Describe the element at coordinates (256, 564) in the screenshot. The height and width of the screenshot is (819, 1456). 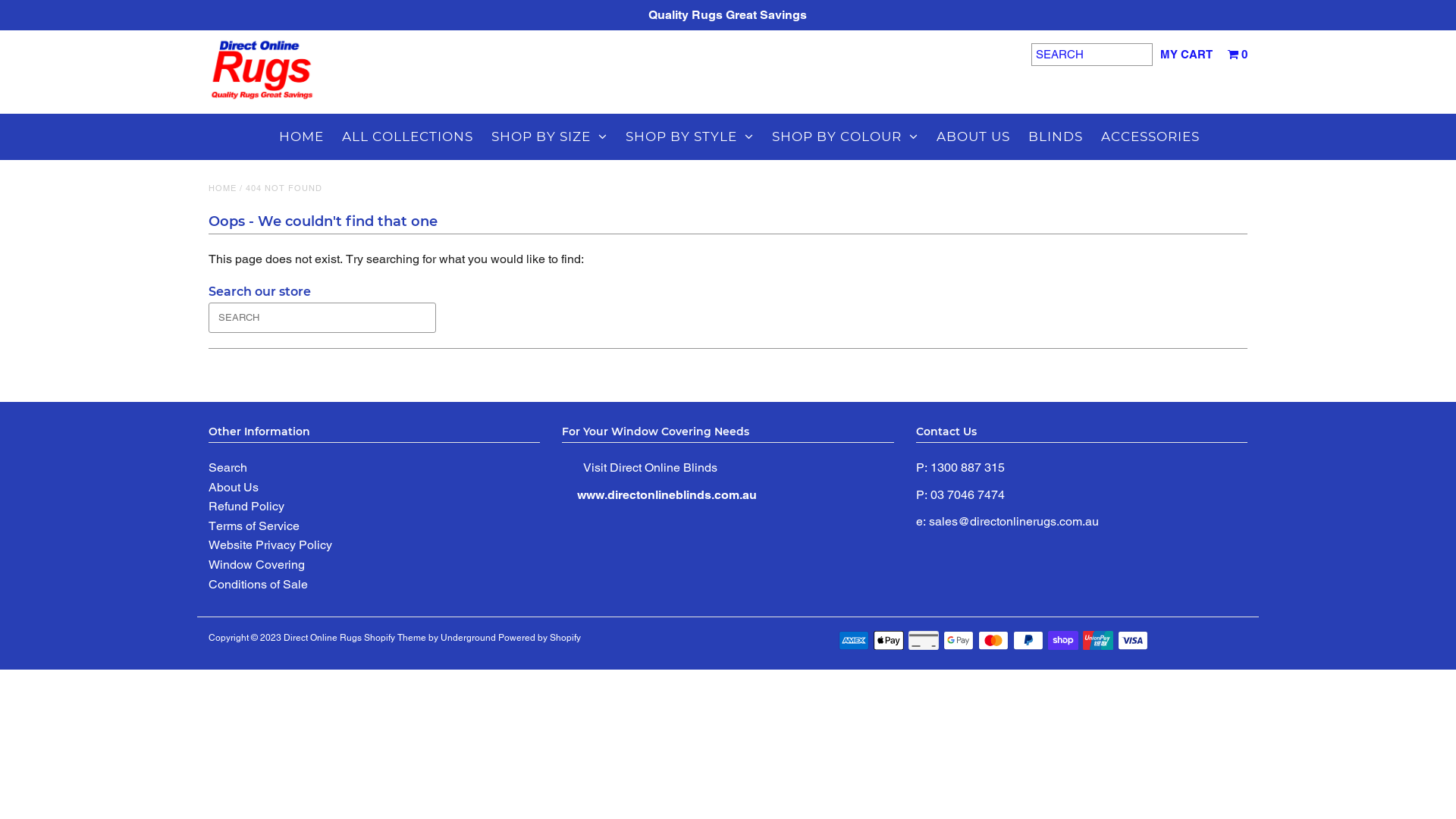
I see `'Window Covering'` at that location.